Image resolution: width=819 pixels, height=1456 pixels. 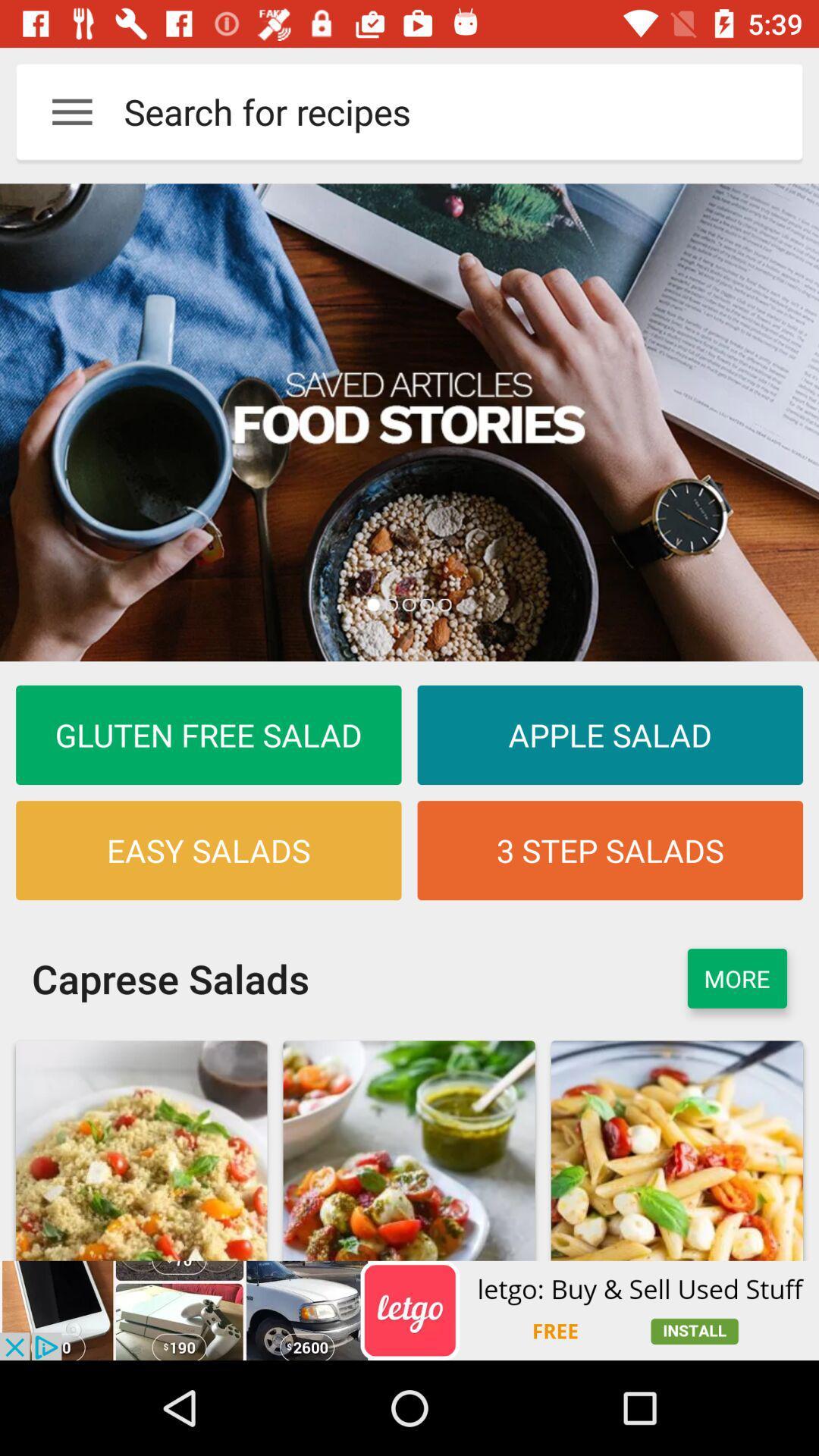 I want to click on advertisement, so click(x=409, y=1310).